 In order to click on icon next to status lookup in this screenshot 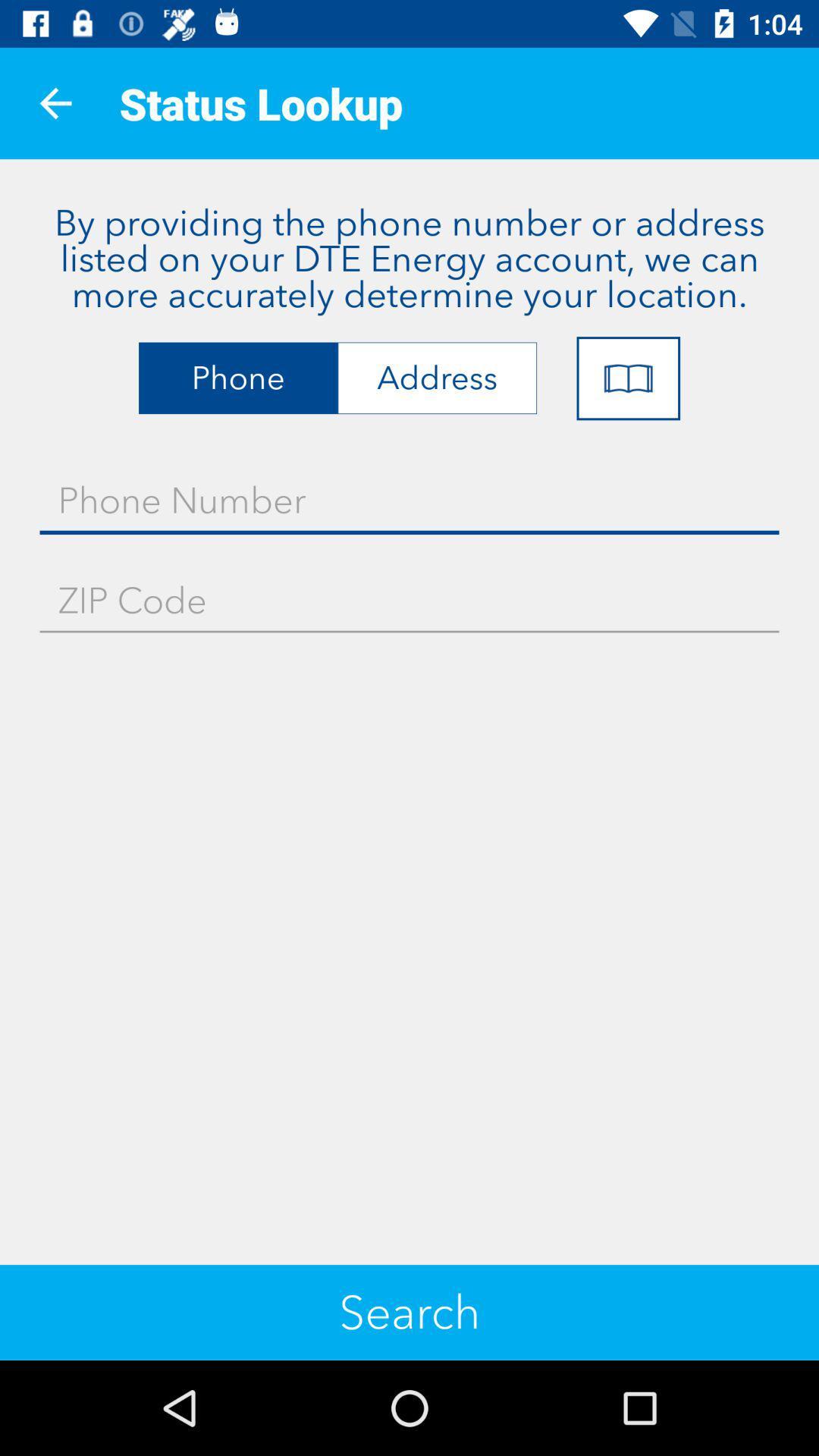, I will do `click(55, 102)`.